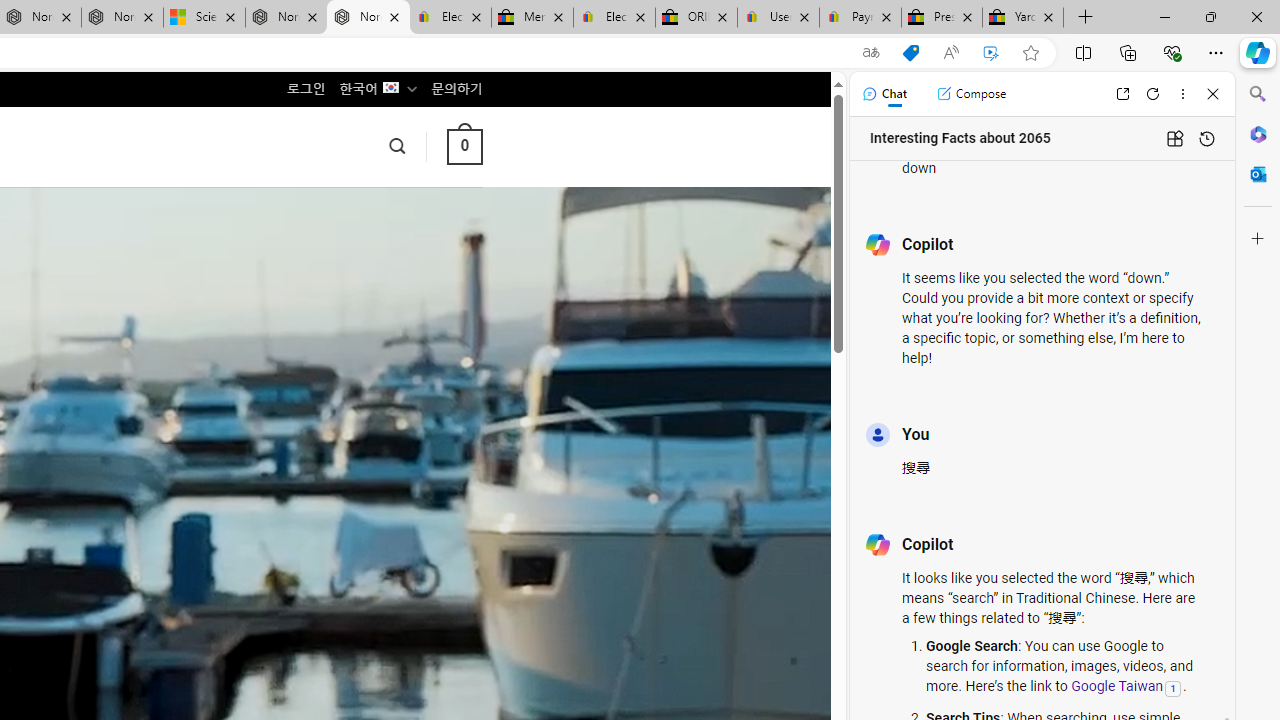  What do you see at coordinates (971, 93) in the screenshot?
I see `'Compose'` at bounding box center [971, 93].